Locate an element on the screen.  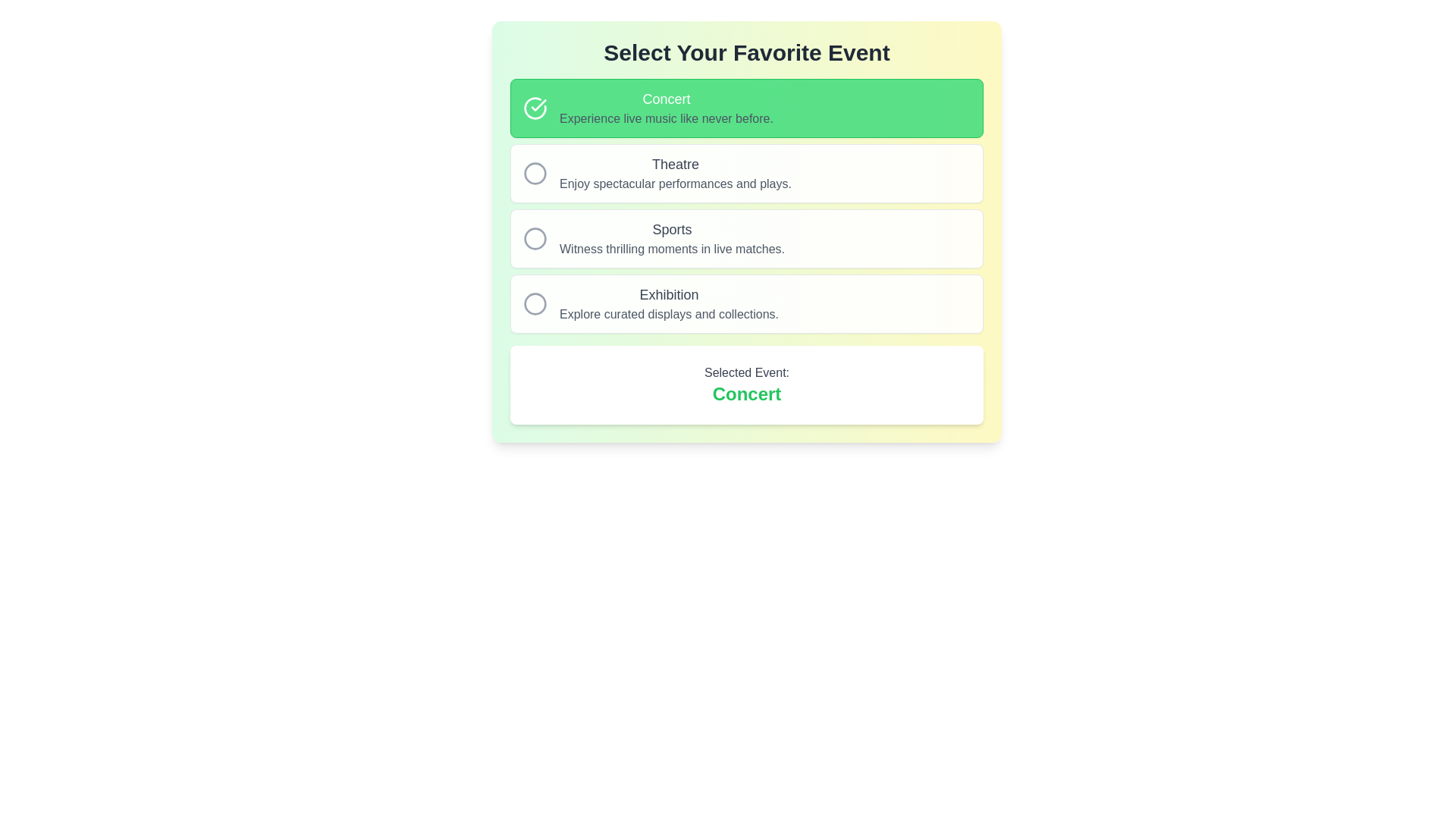
the non-interactive radio button indicator aligned with the 'Exhibition' option in the UI is located at coordinates (535, 304).